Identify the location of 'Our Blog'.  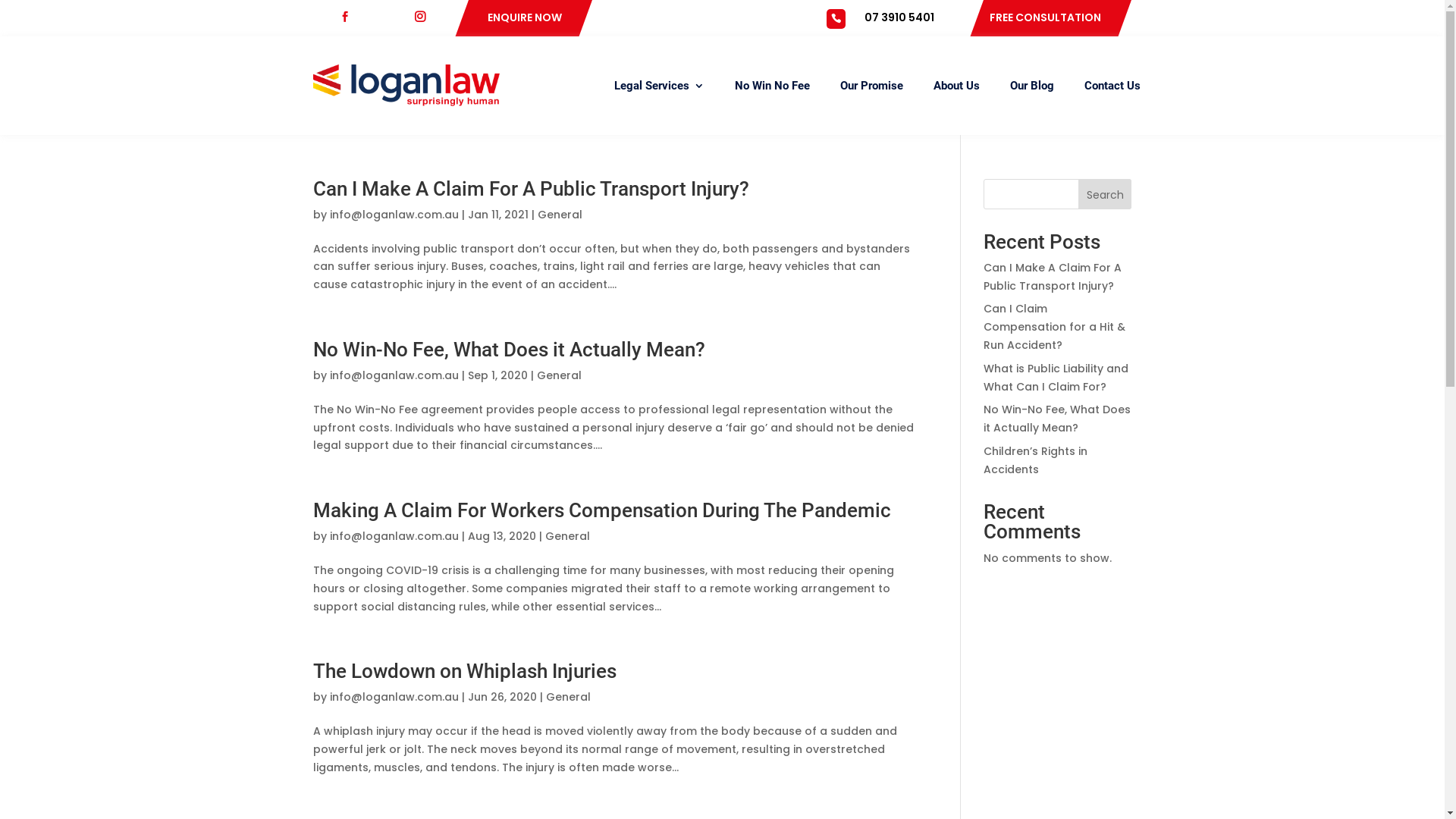
(1009, 85).